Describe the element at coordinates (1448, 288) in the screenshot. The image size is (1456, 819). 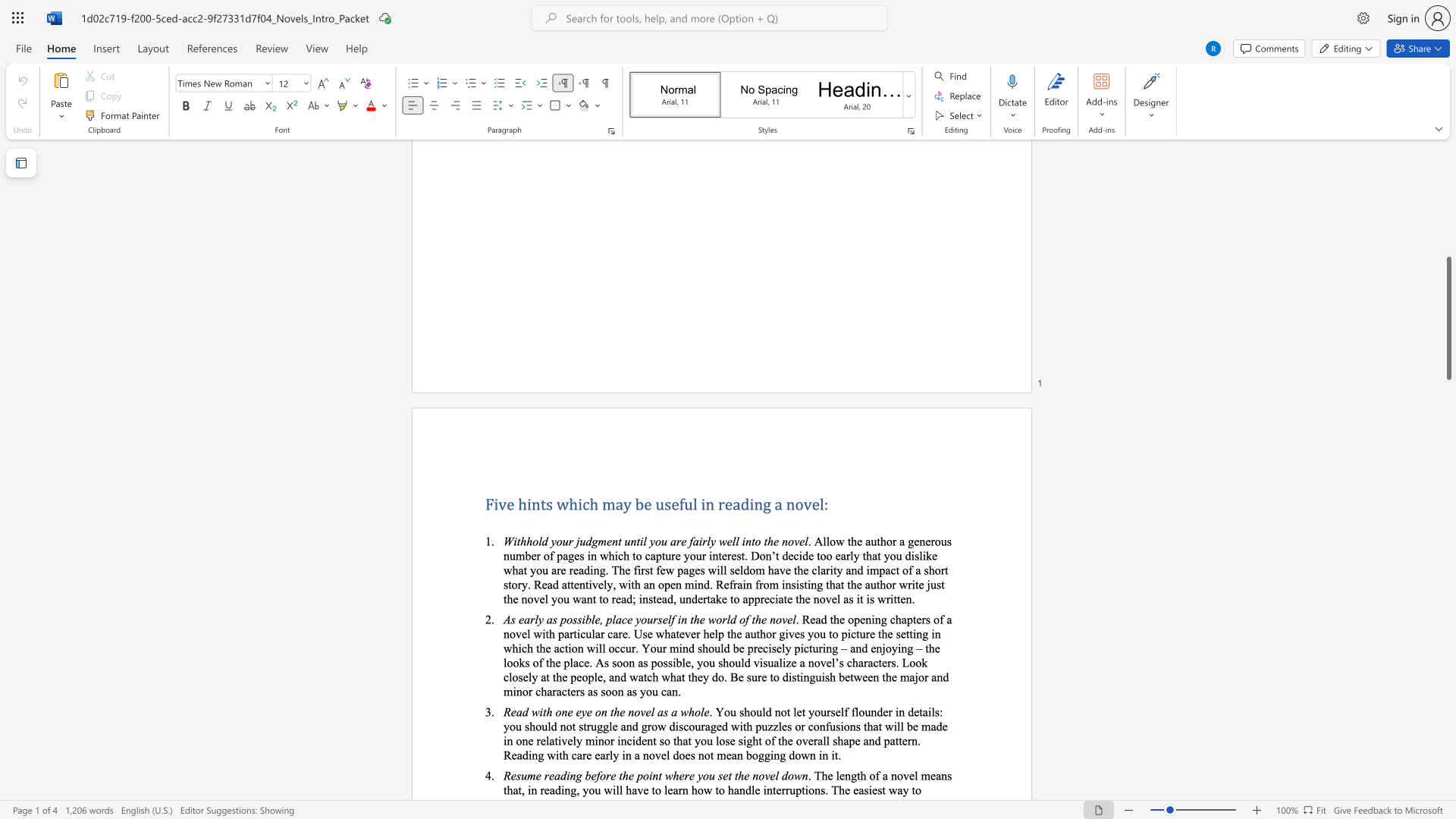
I see `the scrollbar to move the content higher` at that location.